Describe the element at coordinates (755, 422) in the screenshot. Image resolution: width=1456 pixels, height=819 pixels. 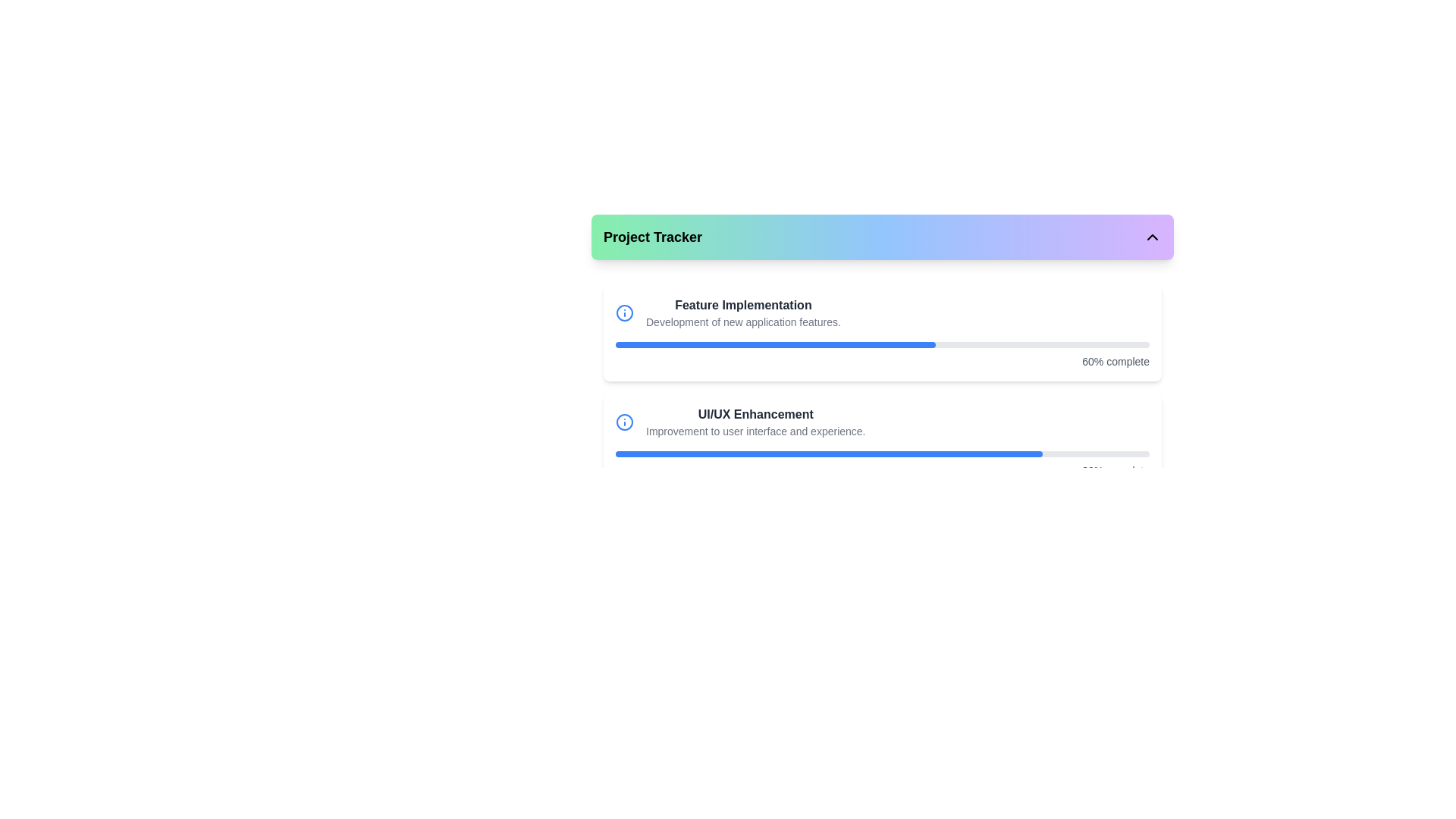
I see `the text block displaying 'UI/UX Enhancement' which is located below the 'Feature Implementation' section in the project tracker interface` at that location.